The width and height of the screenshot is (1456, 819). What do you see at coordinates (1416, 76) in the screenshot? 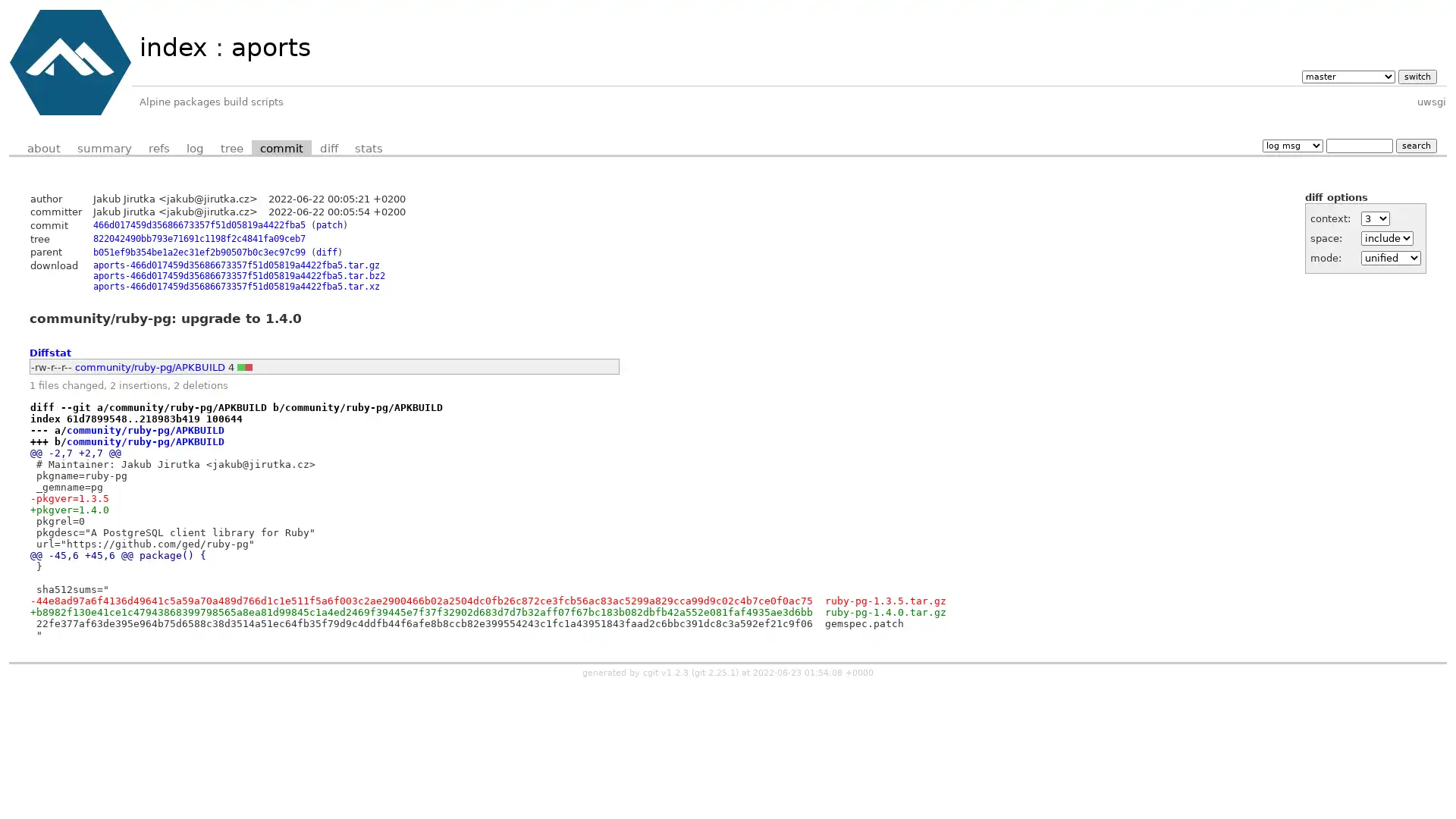
I see `switch` at bounding box center [1416, 76].